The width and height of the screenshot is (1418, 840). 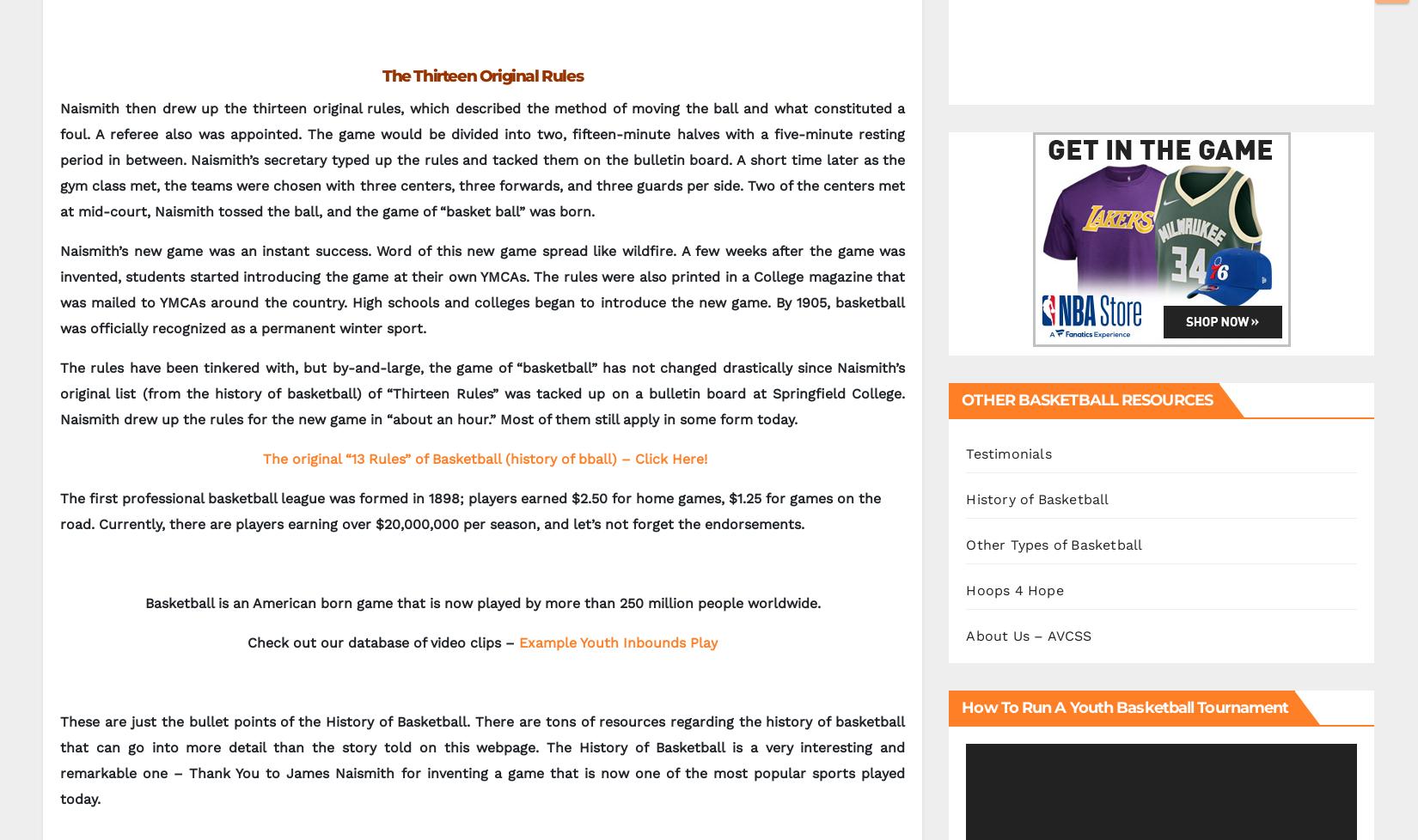 What do you see at coordinates (59, 160) in the screenshot?
I see `'Naismith then drew up the thirteen original rules, which described the method of moving the ball and what constituted a foul. A referee also was appointed. The game would be divided into two, fifteen-minute halves with a five-minute resting period in between. Naismith’s secretary typed up the rules and tacked them on the bulletin board. A short time later as the gym class met, the teams were chosen with three centers, three forwards, and three guards per side. Two of the centers met at mid-court, Naismith tossed the ball, and the game of “basket ball” was born.'` at bounding box center [59, 160].